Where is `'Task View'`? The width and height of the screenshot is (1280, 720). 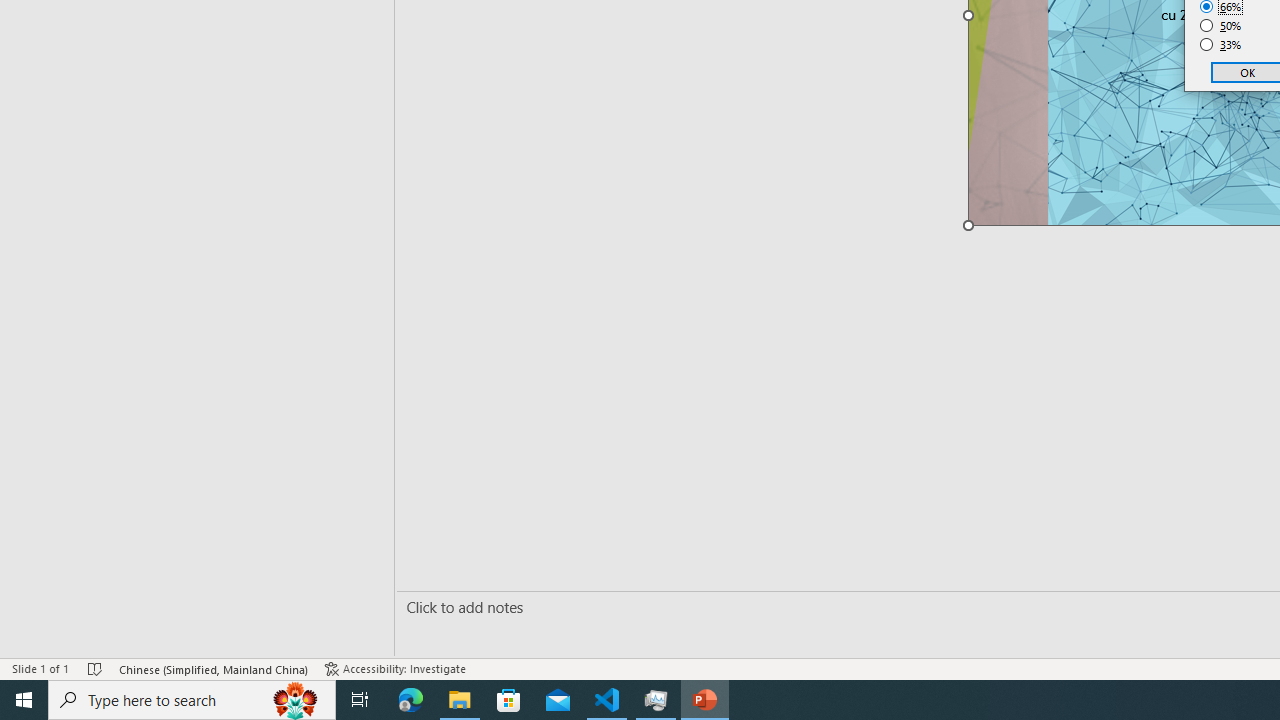 'Task View' is located at coordinates (359, 698).